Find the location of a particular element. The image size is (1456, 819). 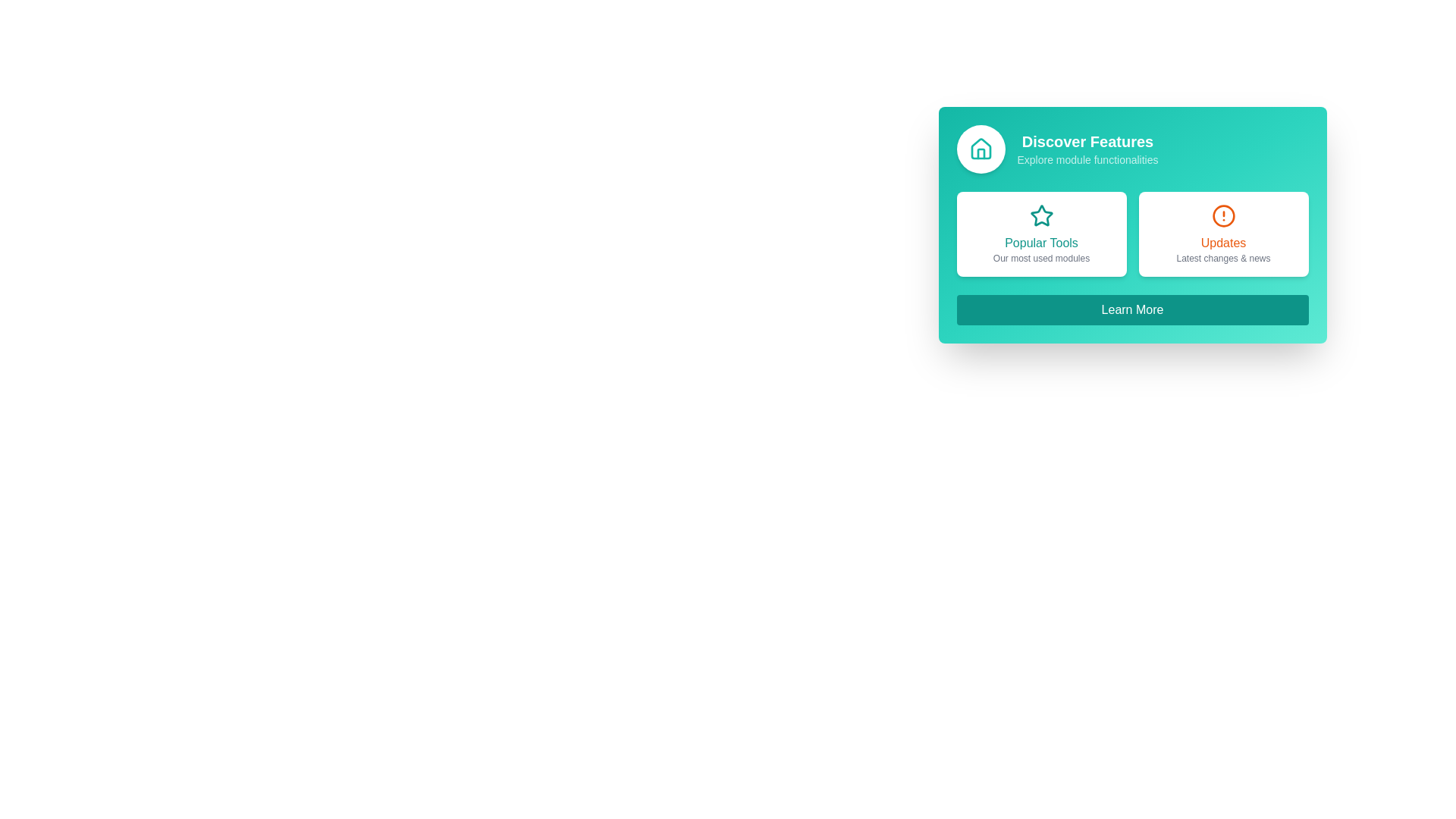

the star icon located within the 'Popular Tools' card, which is positioned to the left of the 'Updates' card, to attract attention to the section is located at coordinates (1040, 216).